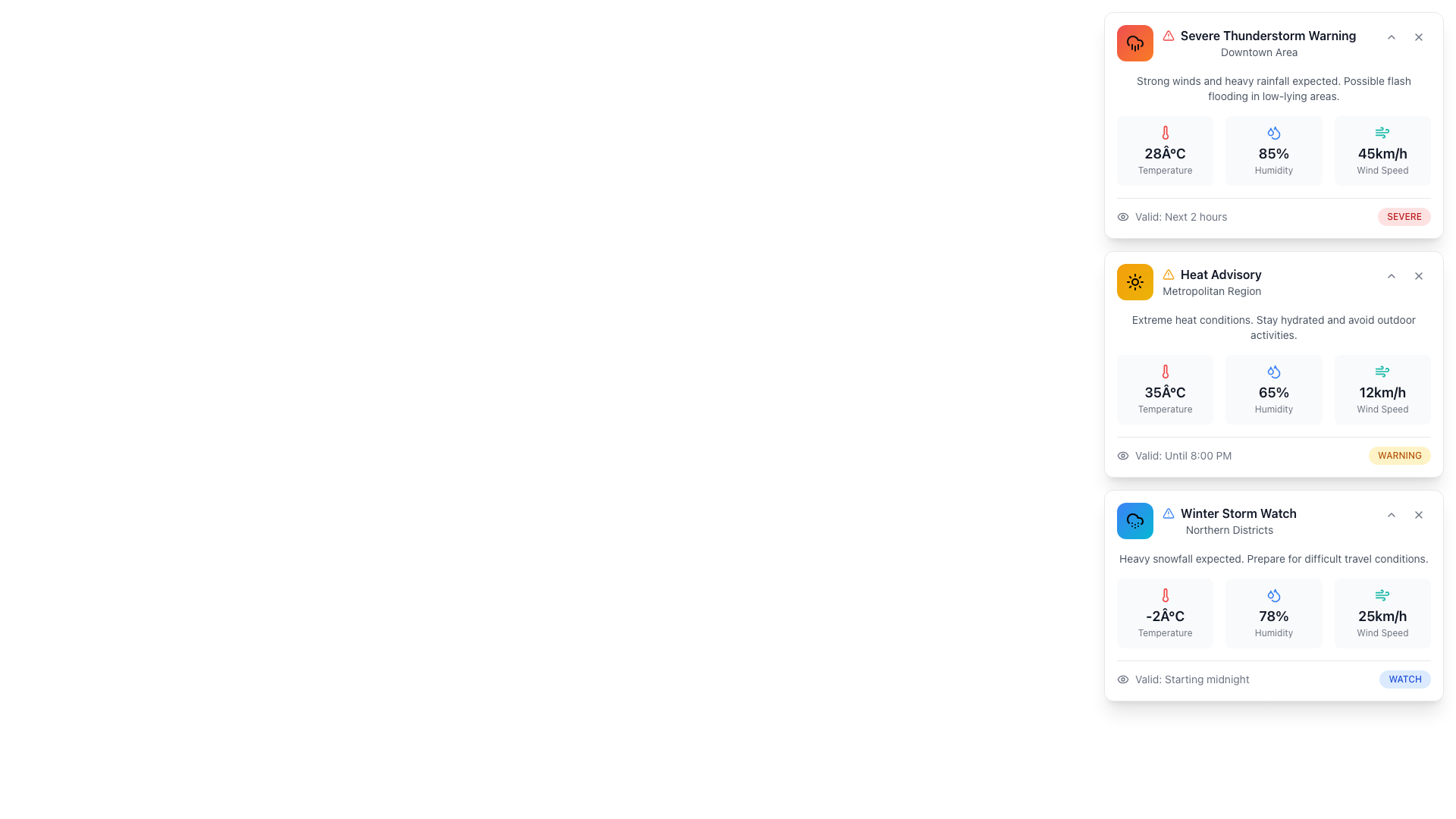  Describe the element at coordinates (1274, 391) in the screenshot. I see `the Text label indicating the current humidity level within the second weather alert card titled 'Heat Advisory'` at that location.